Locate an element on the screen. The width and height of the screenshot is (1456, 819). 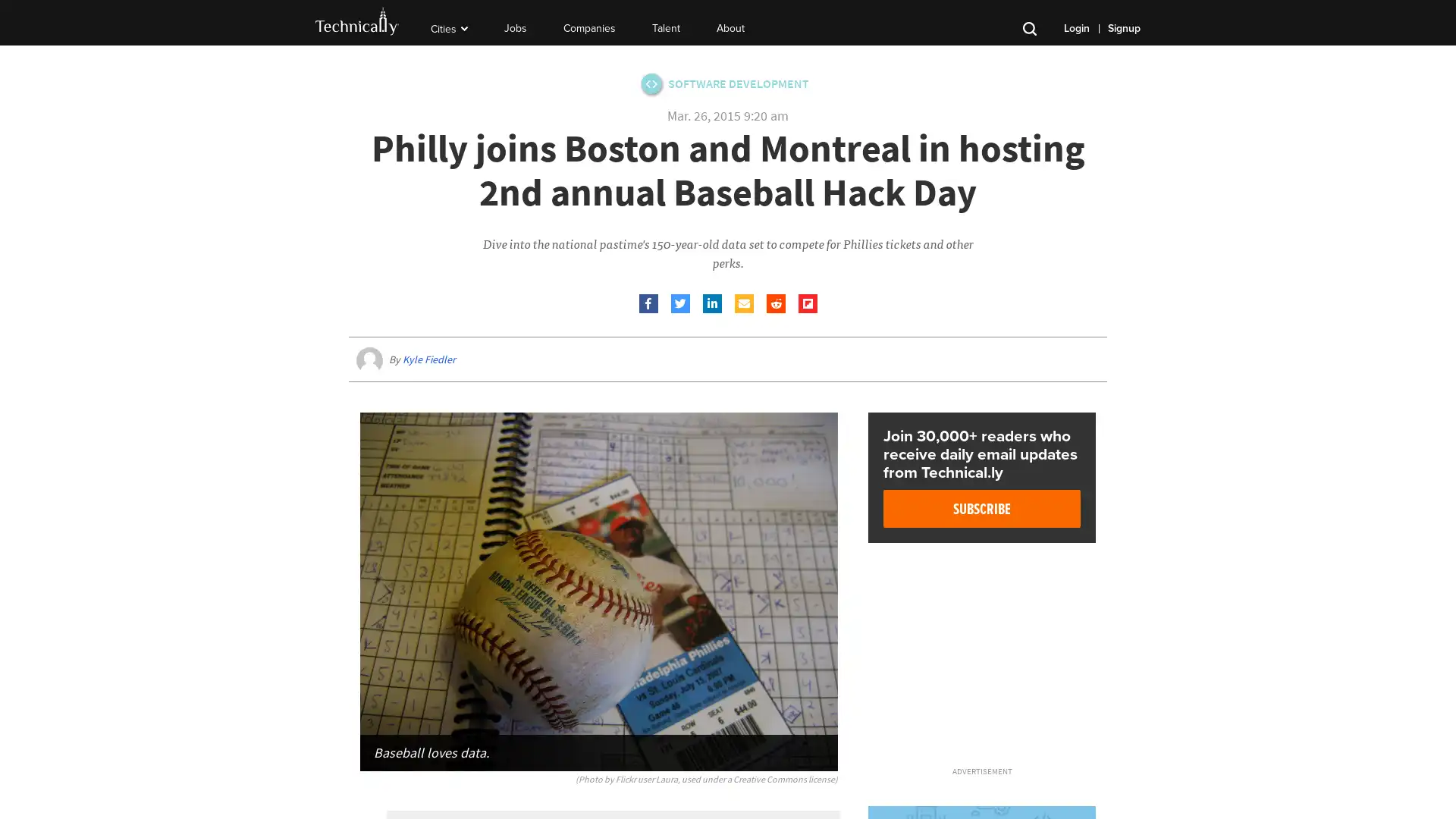
Subscribe is located at coordinates (982, 509).